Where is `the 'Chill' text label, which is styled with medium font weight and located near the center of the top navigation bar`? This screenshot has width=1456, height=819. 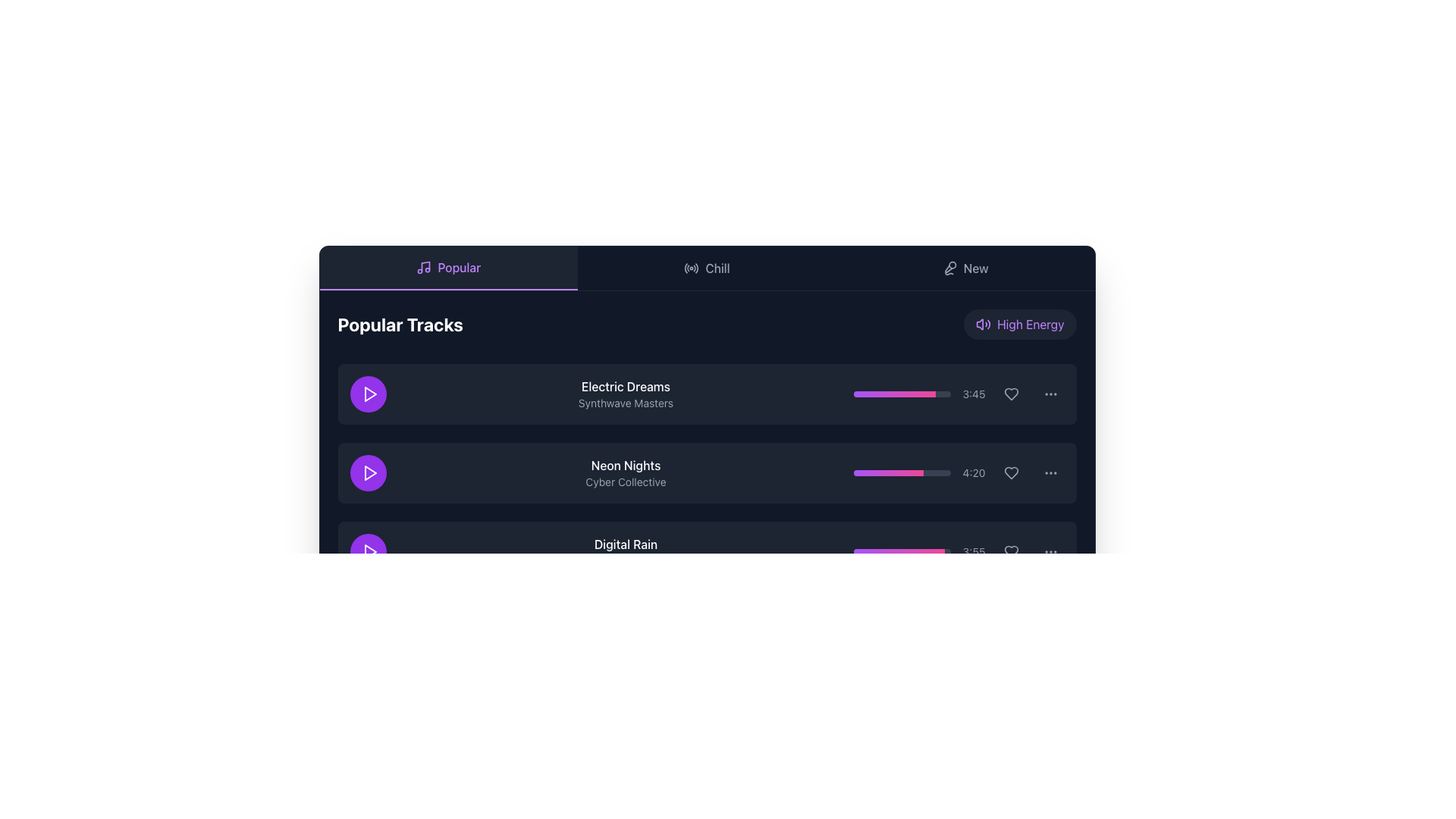 the 'Chill' text label, which is styled with medium font weight and located near the center of the top navigation bar is located at coordinates (717, 268).